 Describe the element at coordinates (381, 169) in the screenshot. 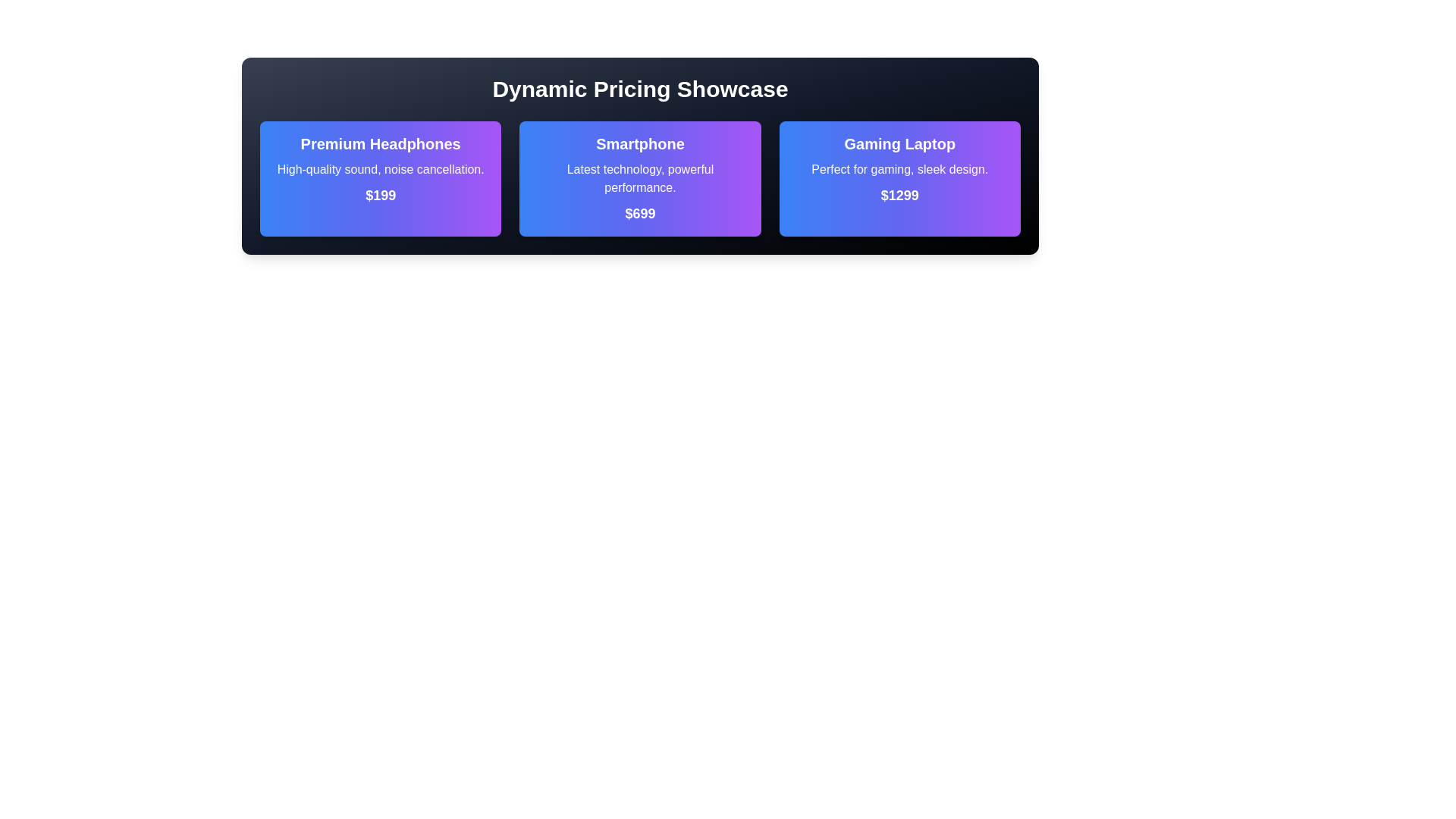

I see `the text element that contains the description 'High-quality sound, noise cancellation.' located in the 'Premium Headphones' section, below the heading 'Premium Headphones' and above the price '$199'` at that location.